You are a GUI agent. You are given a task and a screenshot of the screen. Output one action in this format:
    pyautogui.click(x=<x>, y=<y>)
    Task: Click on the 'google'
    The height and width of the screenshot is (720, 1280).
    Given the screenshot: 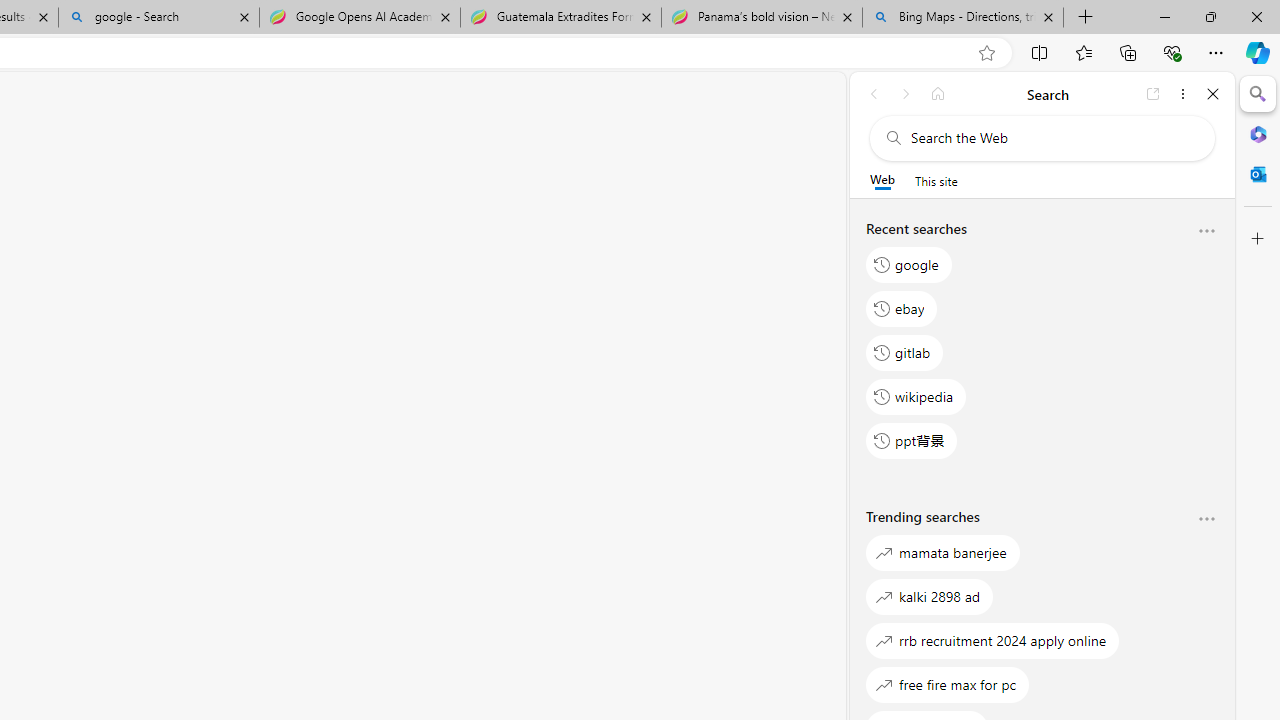 What is the action you would take?
    pyautogui.click(x=908, y=263)
    